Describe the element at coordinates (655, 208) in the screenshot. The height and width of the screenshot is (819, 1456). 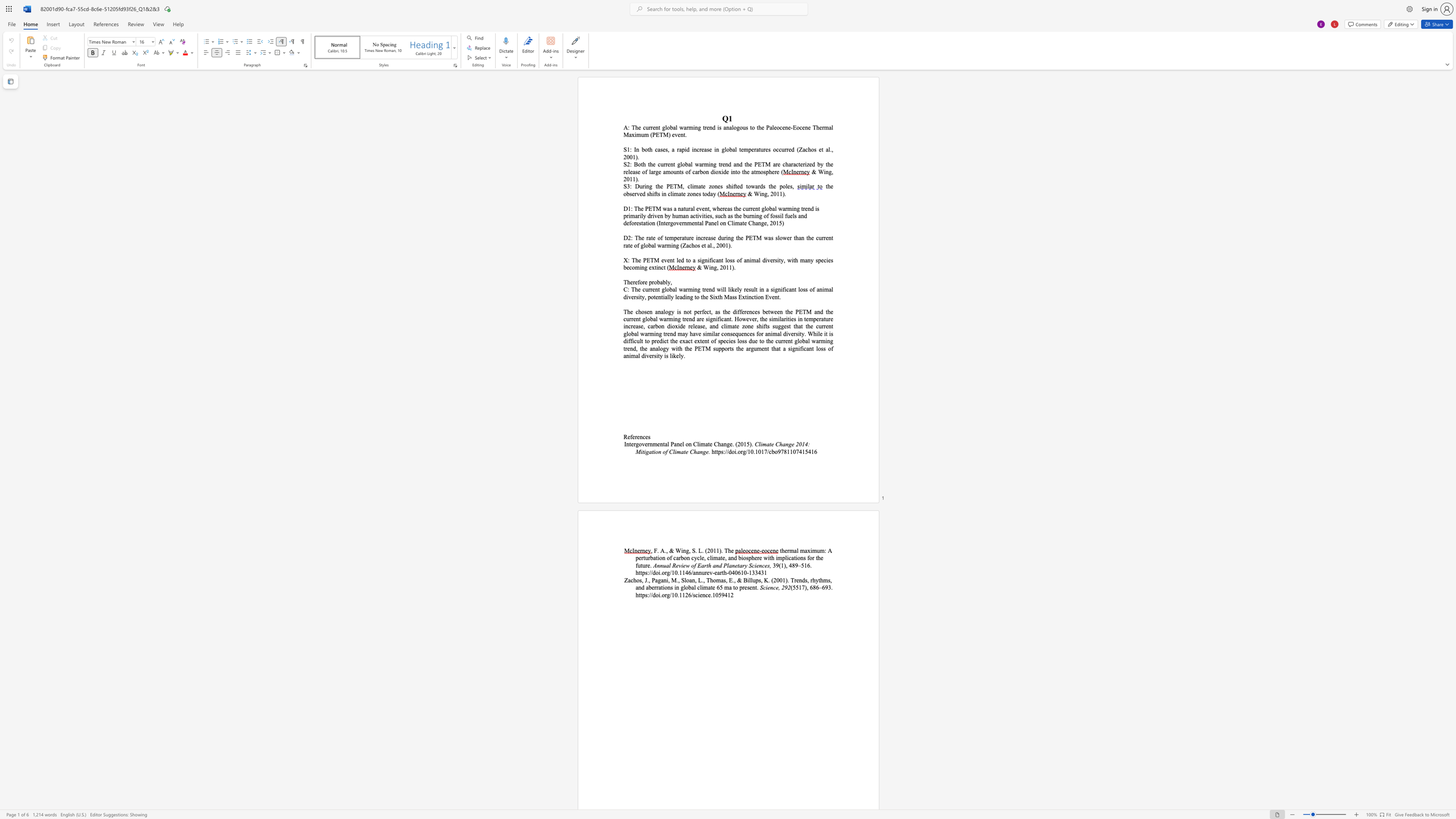
I see `the subset text "M was a natural event" within the text "D1: The PETM was a natural event,"` at that location.